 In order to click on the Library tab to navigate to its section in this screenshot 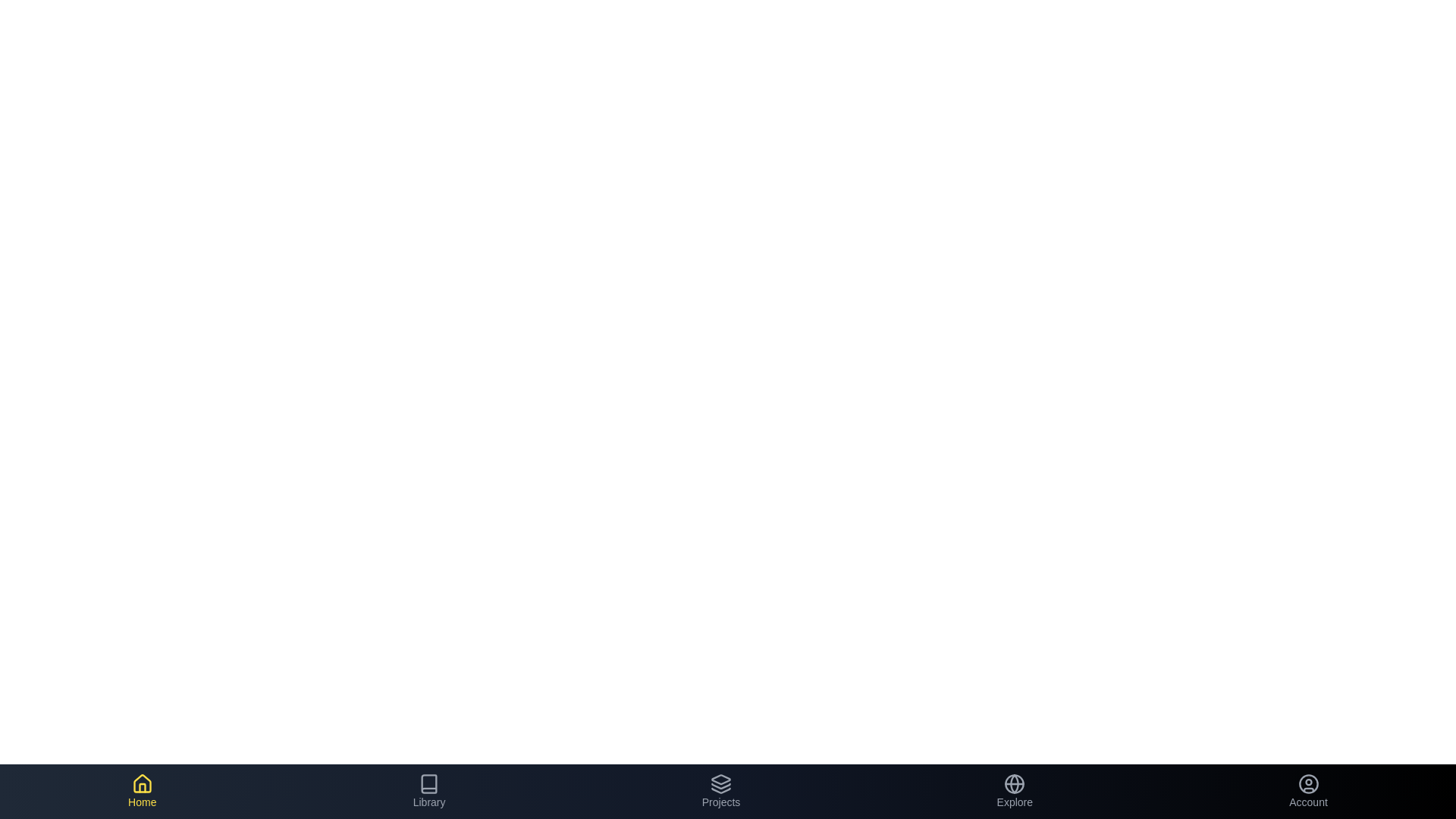, I will do `click(428, 791)`.